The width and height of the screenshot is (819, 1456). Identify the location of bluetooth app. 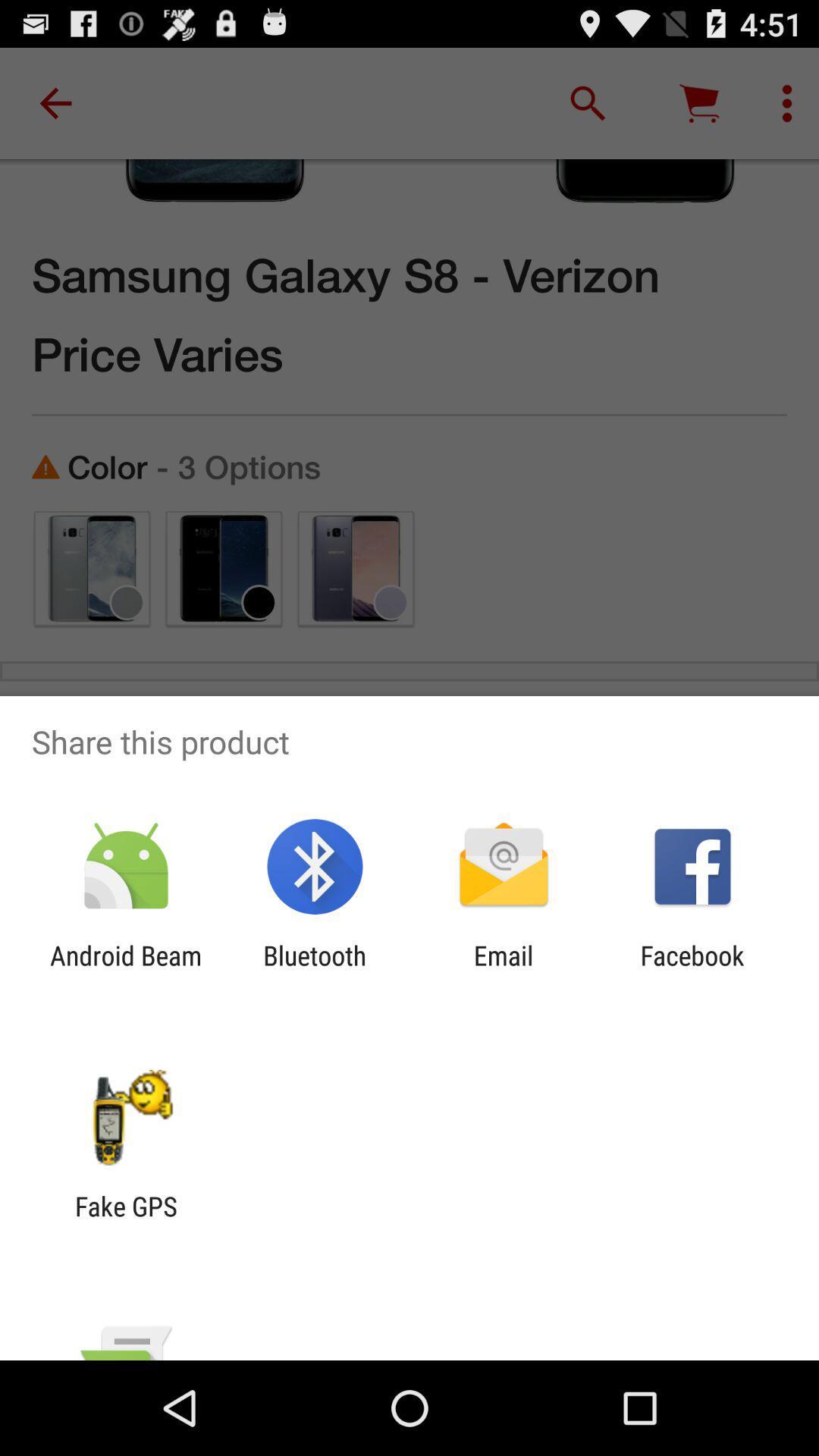
(314, 971).